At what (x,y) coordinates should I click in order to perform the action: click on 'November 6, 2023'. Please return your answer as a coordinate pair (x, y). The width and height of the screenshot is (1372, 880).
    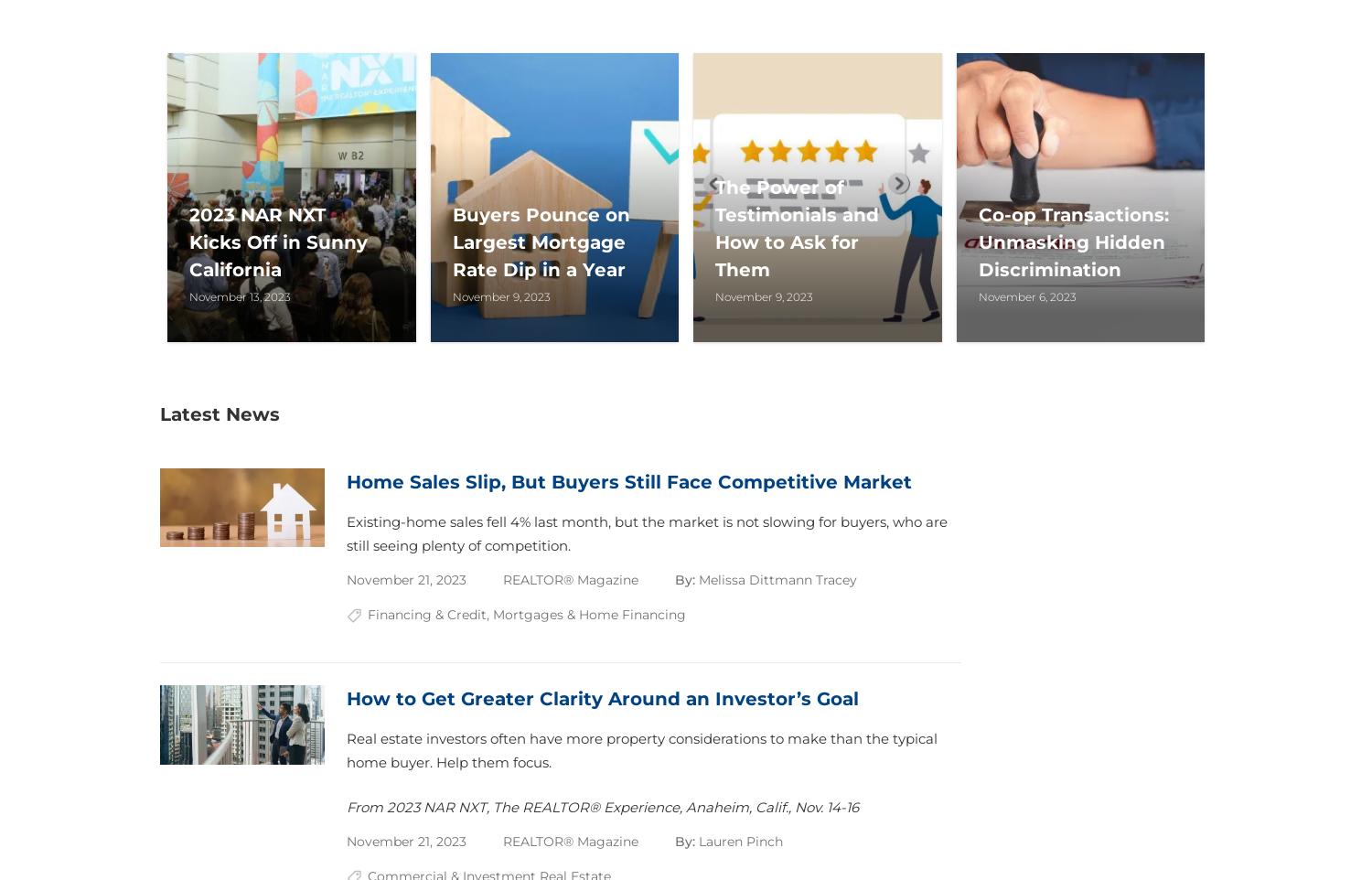
    Looking at the image, I should click on (1025, 295).